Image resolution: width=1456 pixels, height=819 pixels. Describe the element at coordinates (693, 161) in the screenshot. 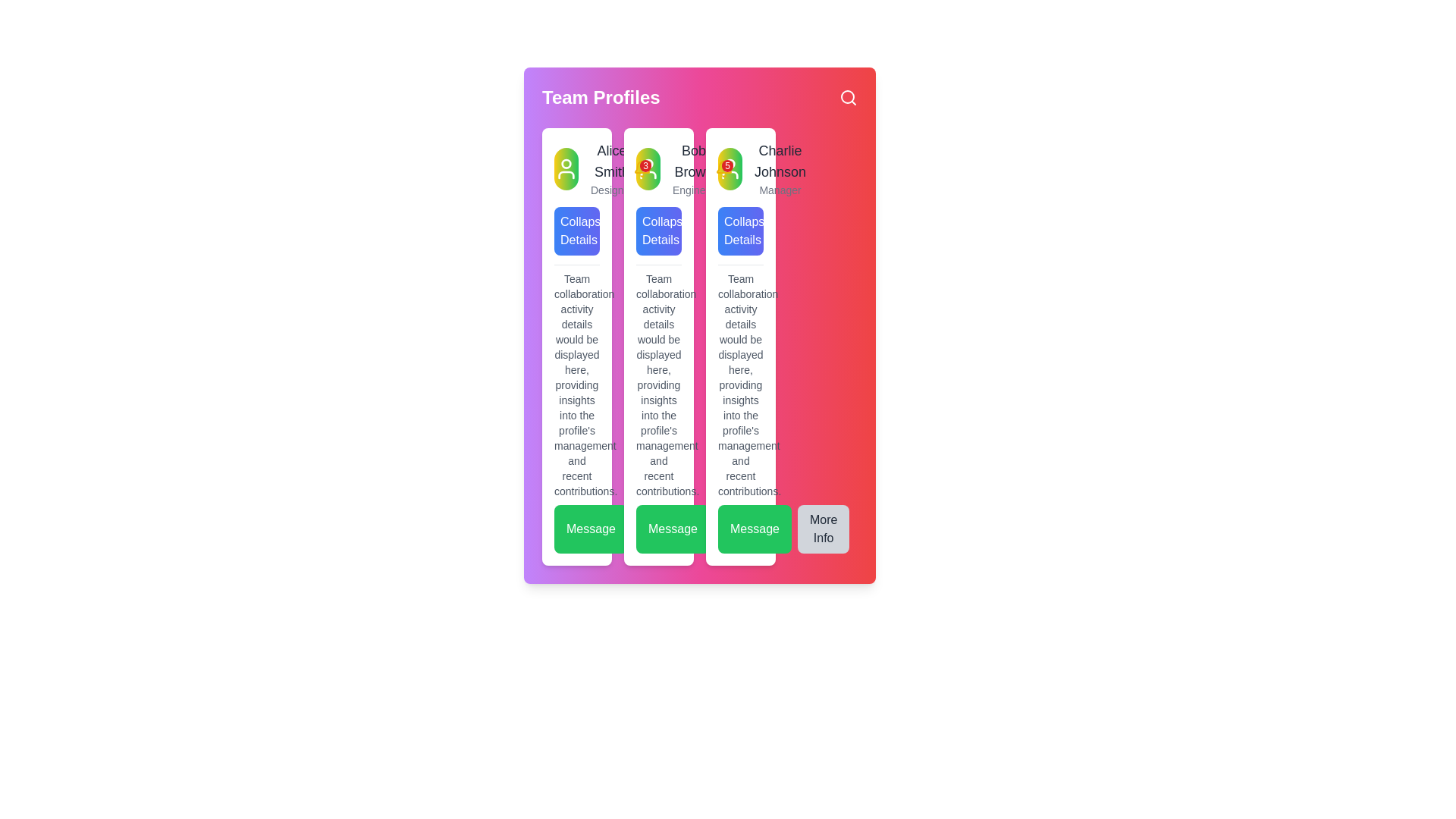

I see `the Text label that identifies the name of the user, which is located in the center column of the interface, positioned above the descriptor text 'Engineer'` at that location.